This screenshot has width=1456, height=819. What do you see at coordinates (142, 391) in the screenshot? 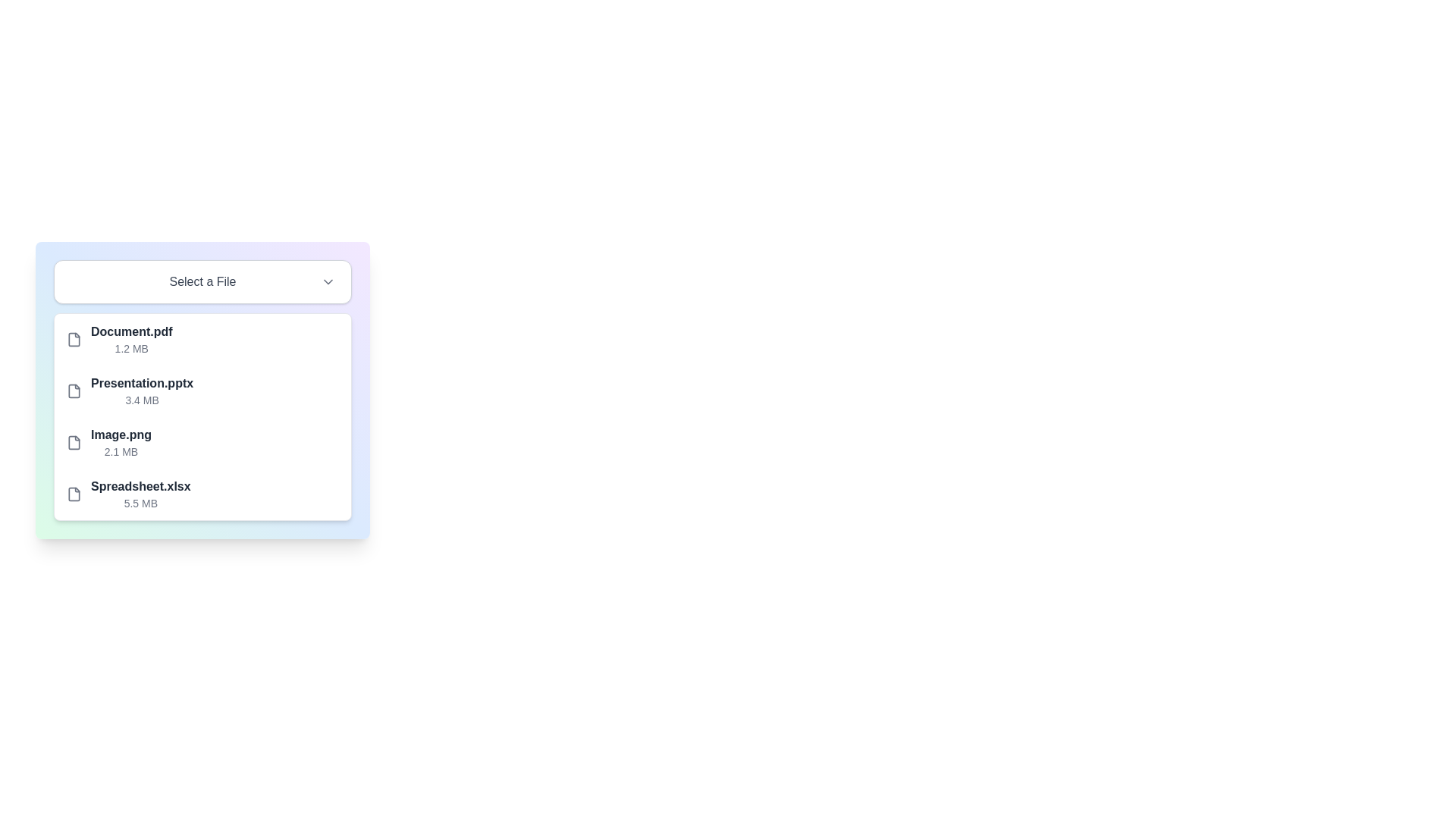
I see `the second list item displaying the file name 'Presentation.pptx'` at bounding box center [142, 391].